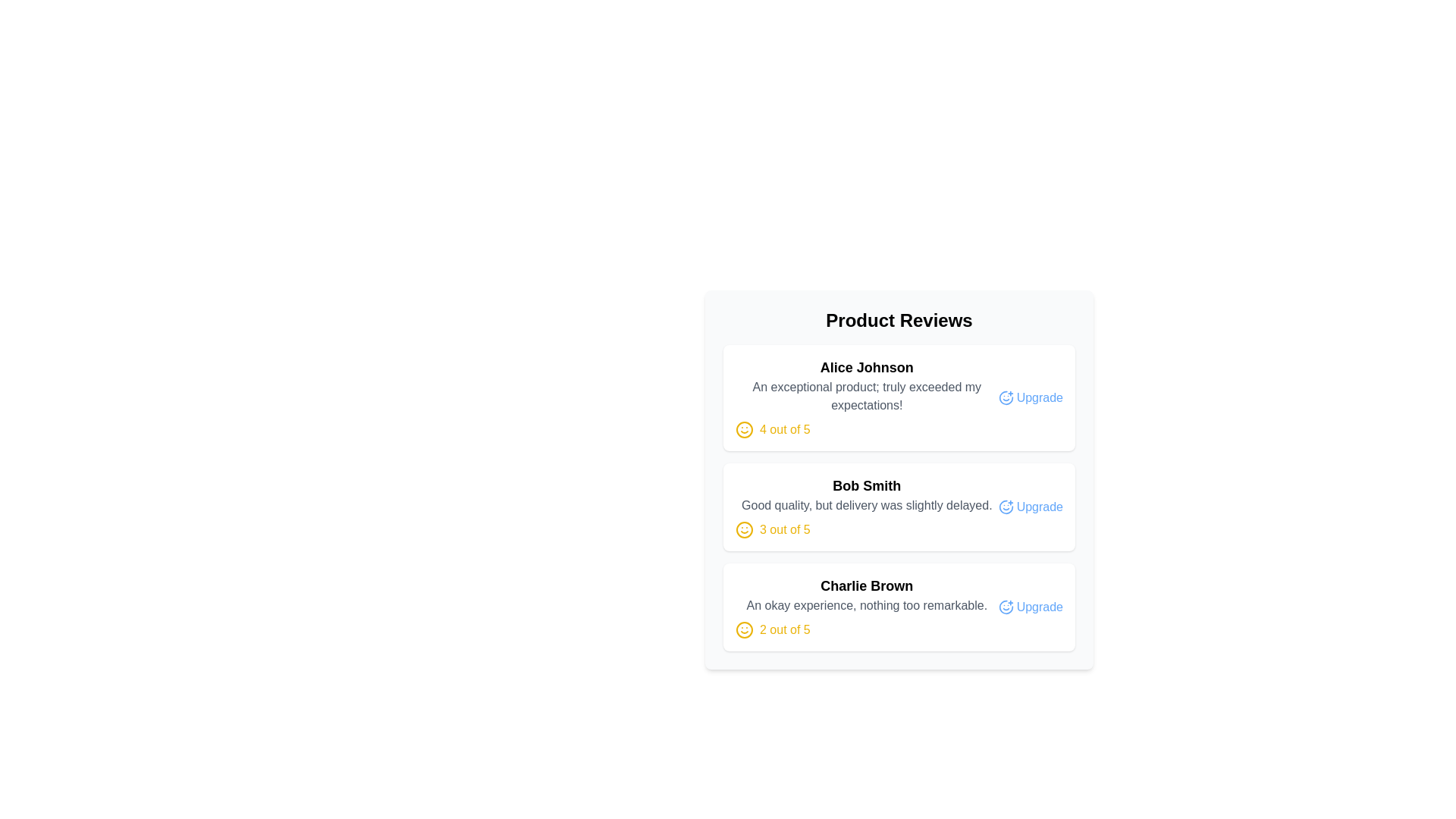  I want to click on 'Upgrade' button for the review by Bob Smith, so click(1031, 507).